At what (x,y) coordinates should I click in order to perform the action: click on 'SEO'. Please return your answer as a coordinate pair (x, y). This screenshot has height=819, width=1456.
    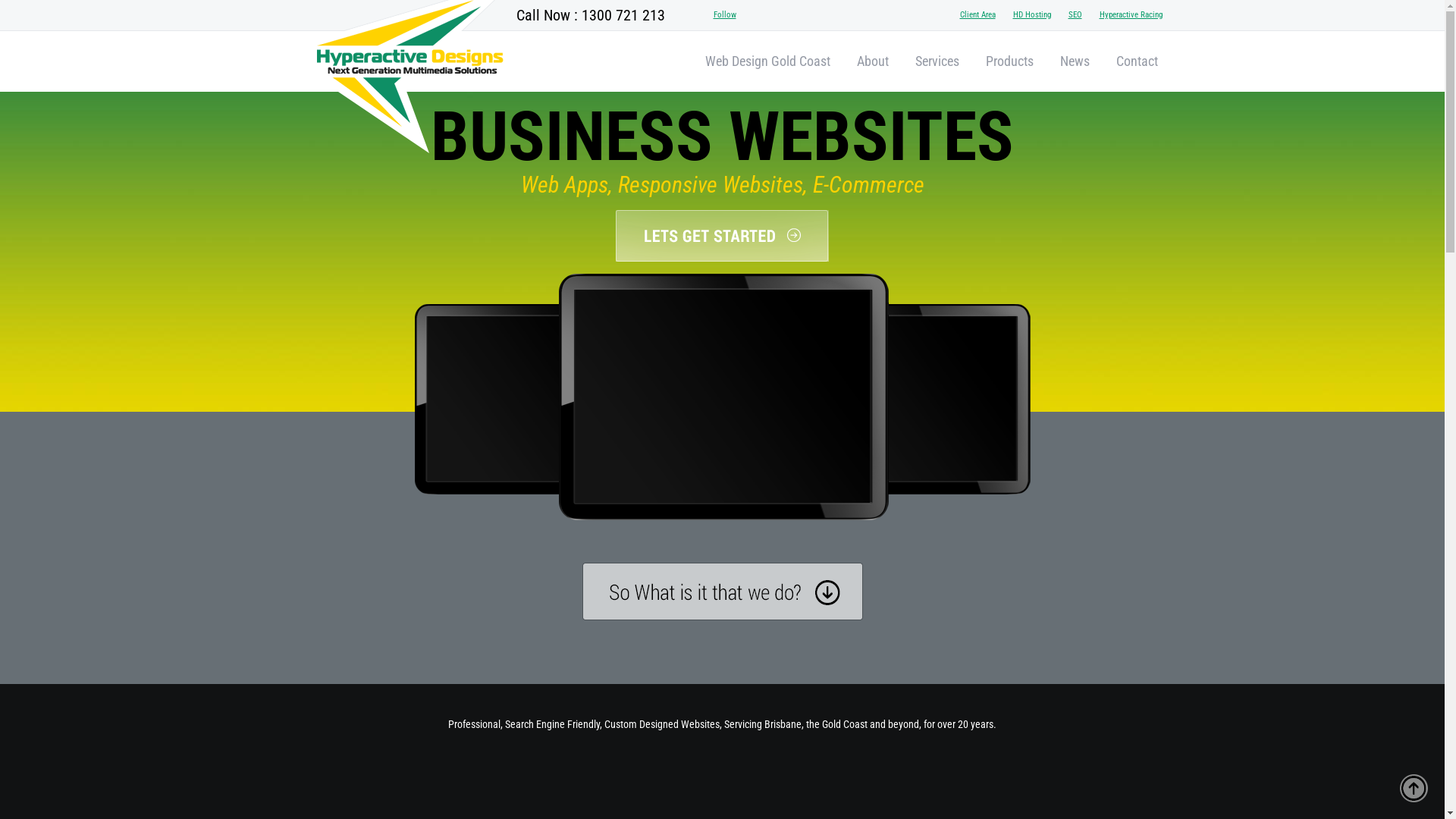
    Looking at the image, I should click on (1059, 14).